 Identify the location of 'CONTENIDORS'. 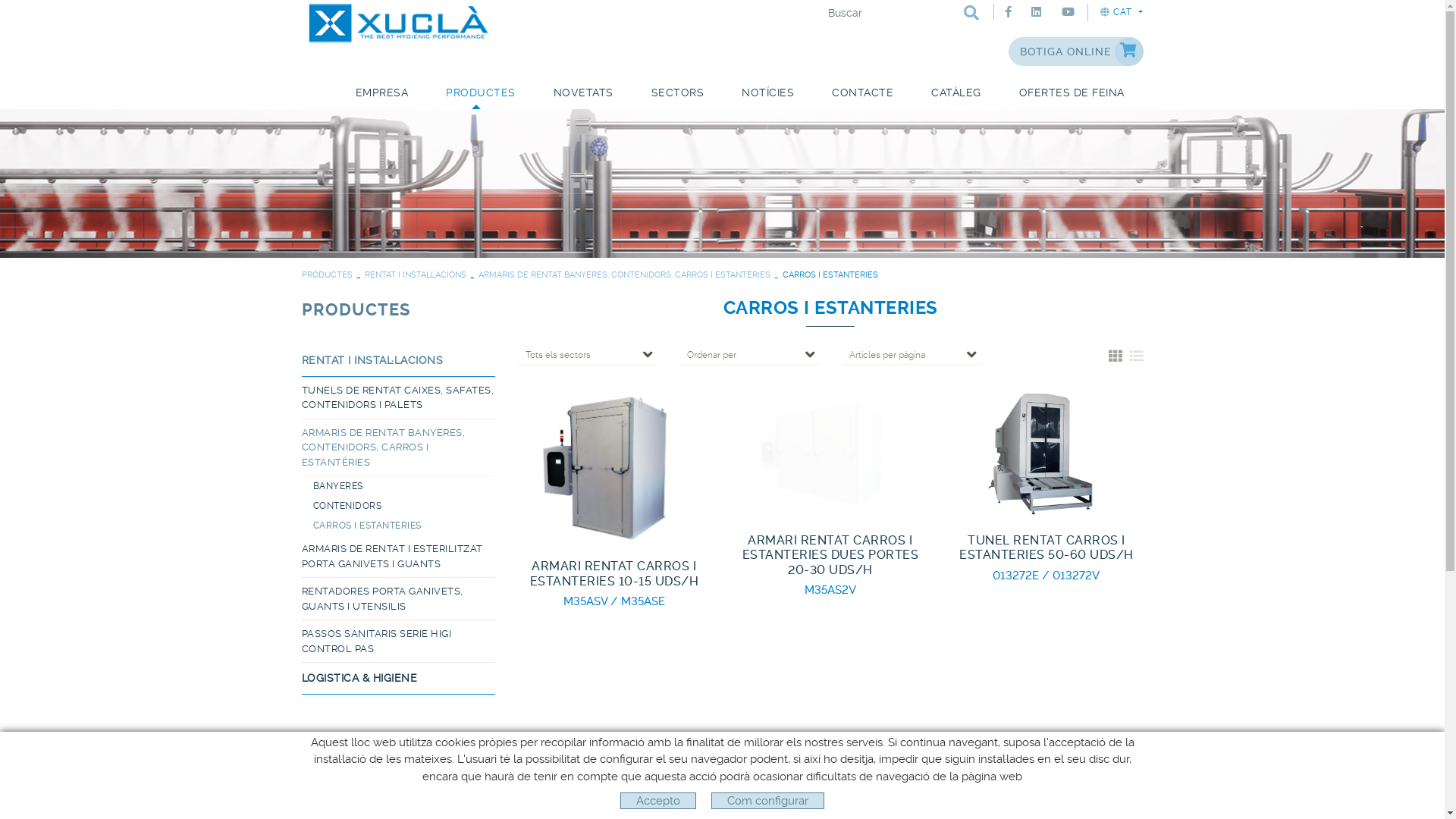
(403, 506).